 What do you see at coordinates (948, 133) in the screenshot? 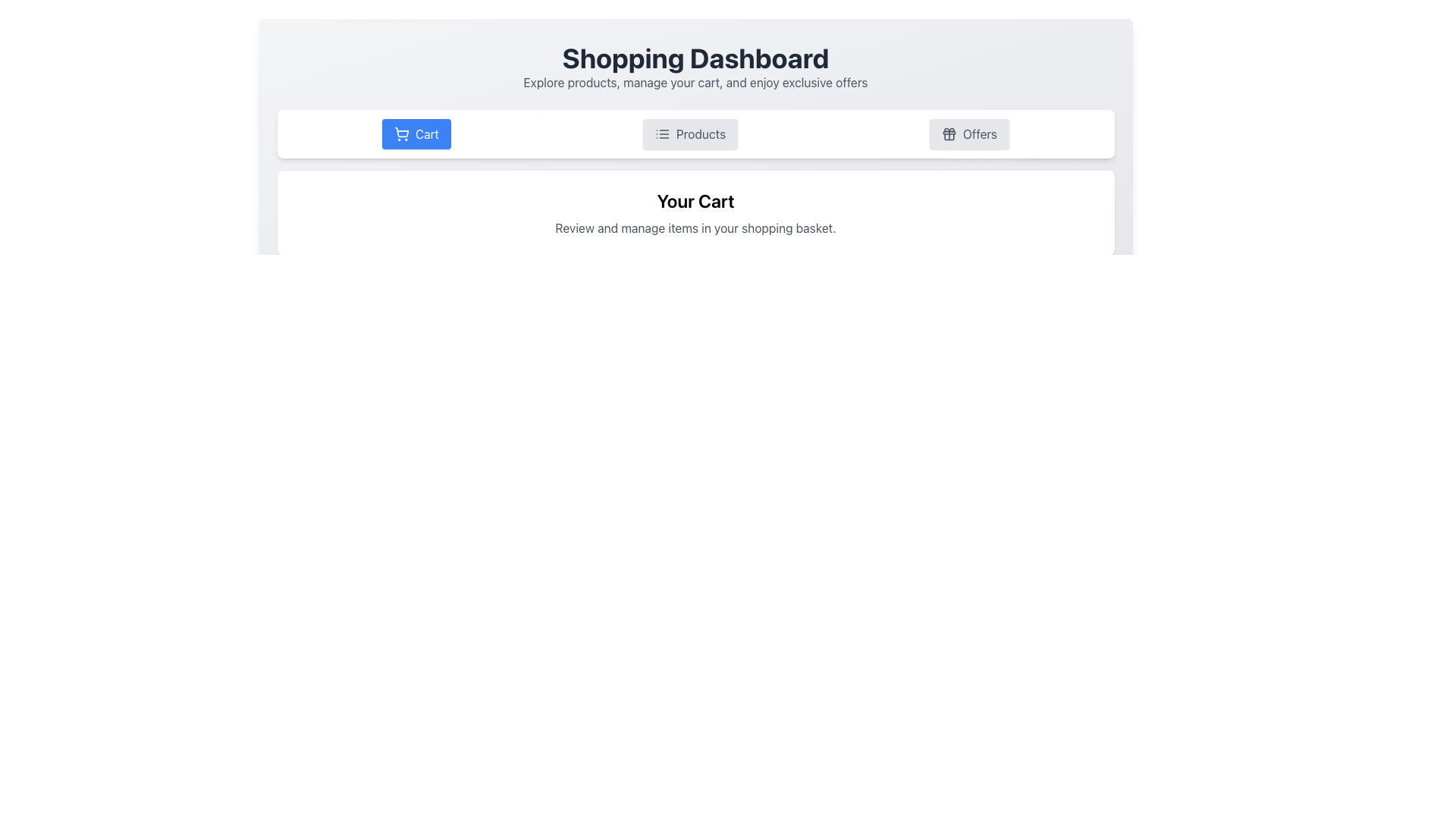
I see `the visual indicator icon for the 'Offers' button, which is located on the left side of the 'Offers' button in the horizontal navigation bar` at bounding box center [948, 133].